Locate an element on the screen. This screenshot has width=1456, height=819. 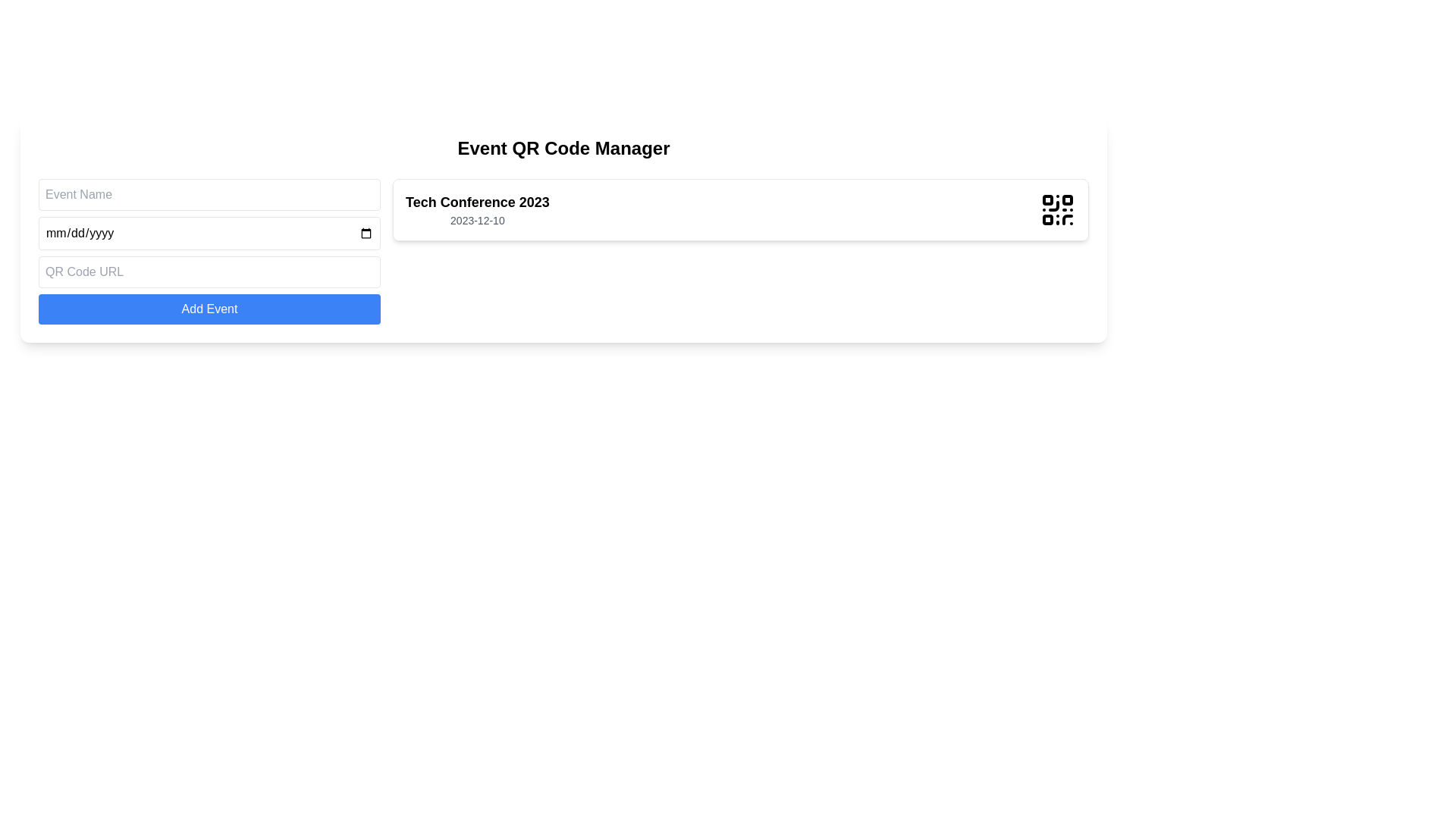
the URL input field located in the middle section of the left panel to focus on it is located at coordinates (209, 271).